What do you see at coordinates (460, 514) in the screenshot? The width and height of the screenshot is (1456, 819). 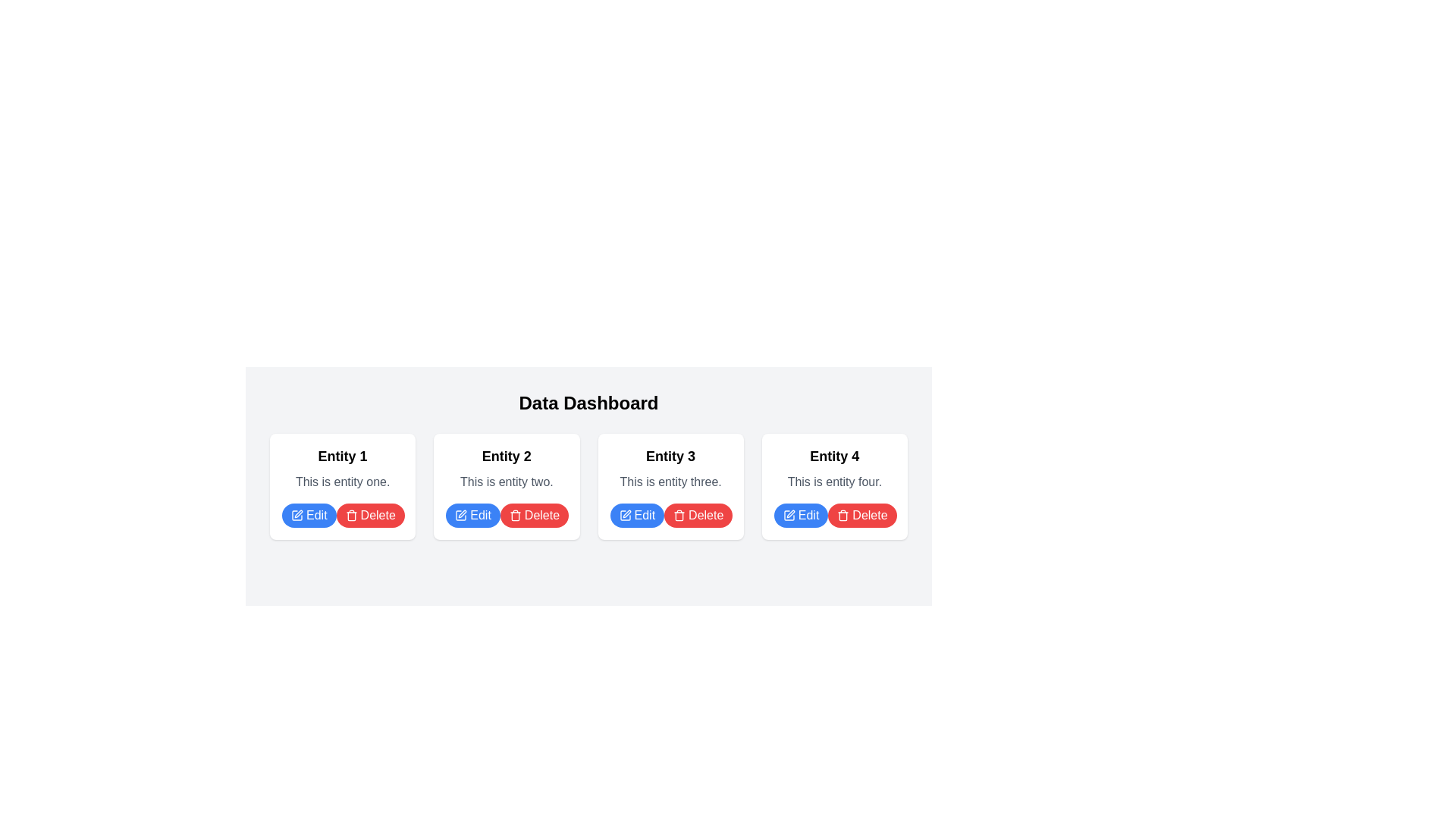 I see `the graphical representation of the 'Edit' button located in the second card labeled 'Entity 2', which is directly above its corresponding 'Edit' button` at bounding box center [460, 514].